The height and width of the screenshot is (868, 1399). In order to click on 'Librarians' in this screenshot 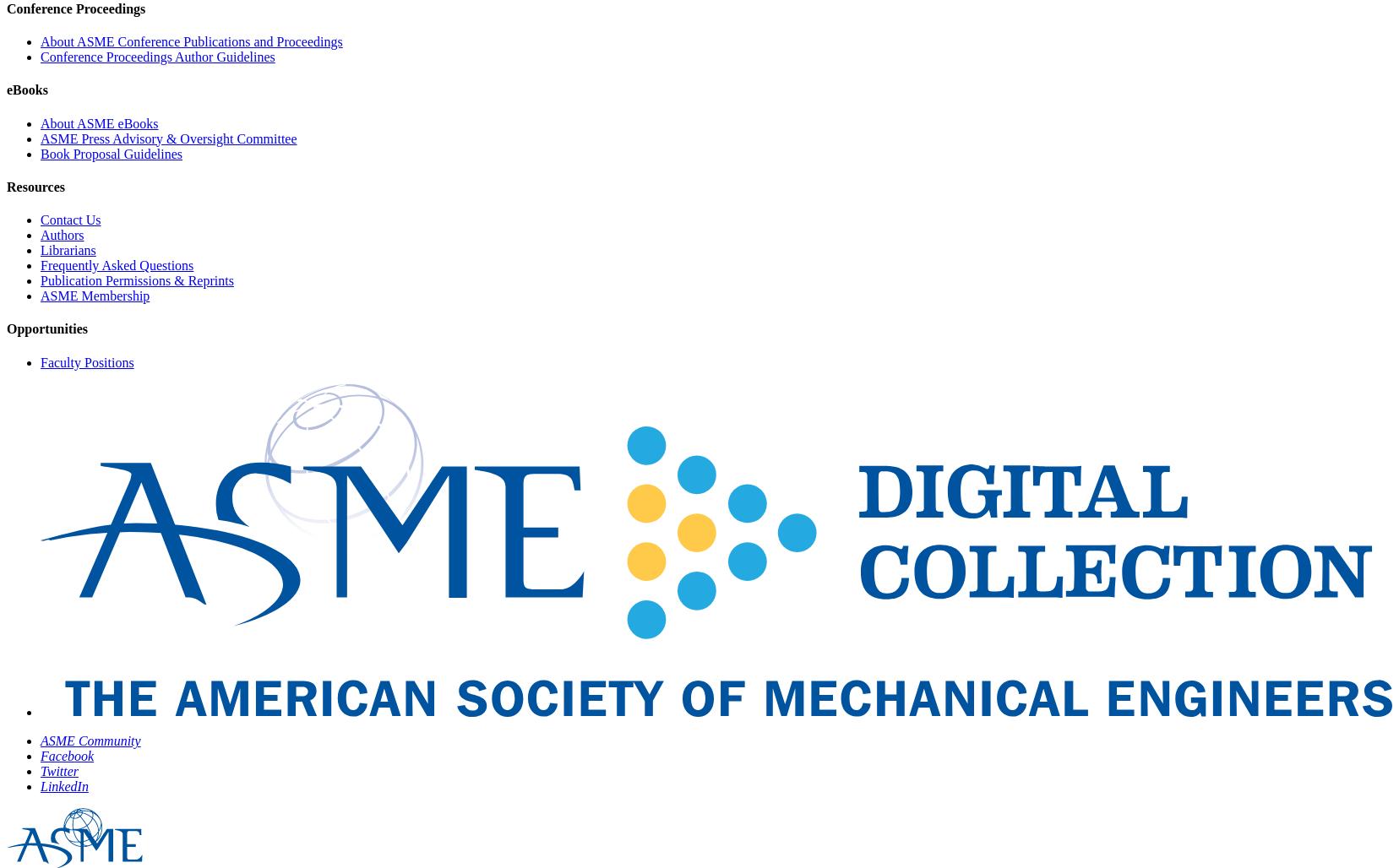, I will do `click(40, 250)`.